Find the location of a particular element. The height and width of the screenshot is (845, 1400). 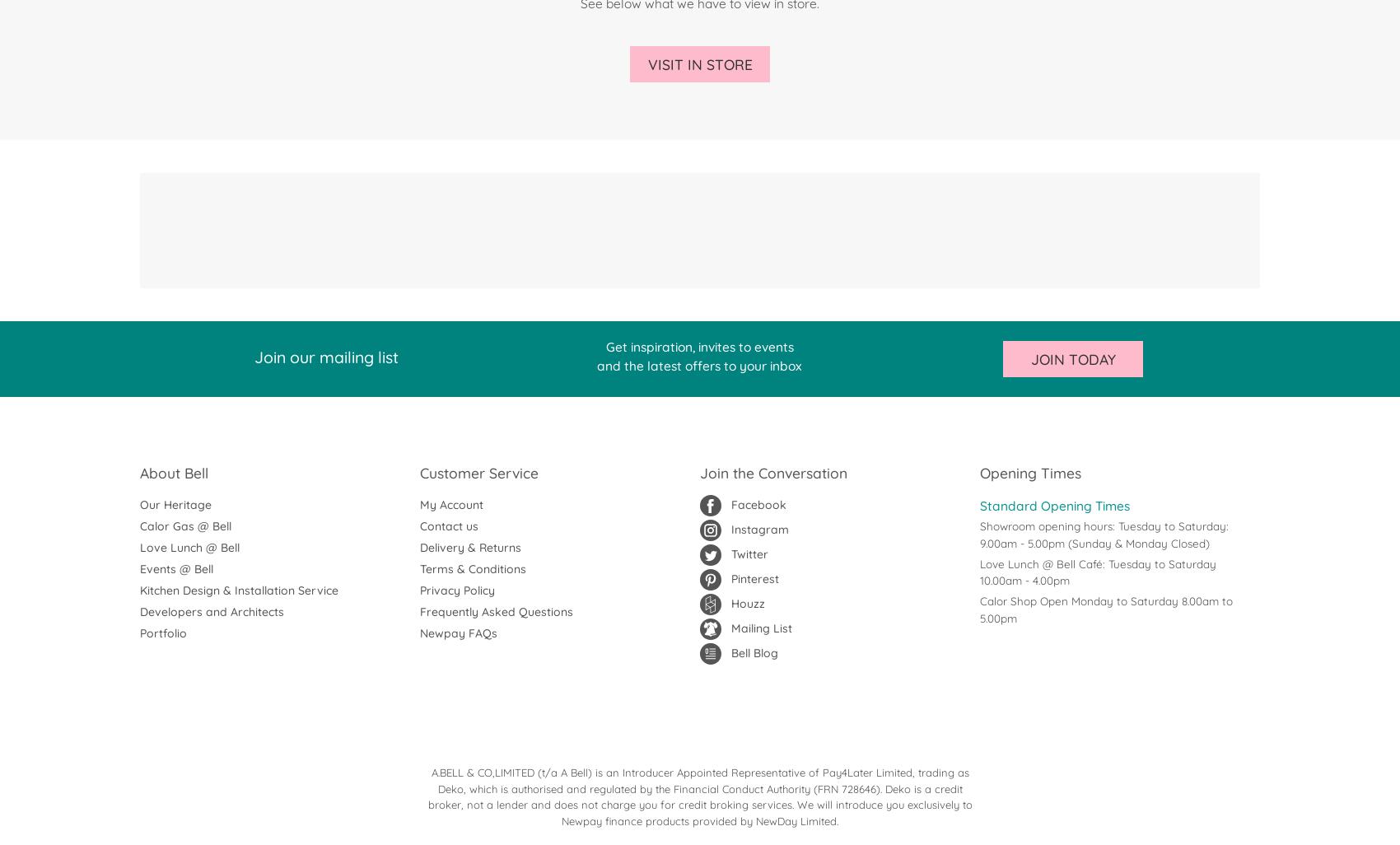

'About Bell' is located at coordinates (173, 471).